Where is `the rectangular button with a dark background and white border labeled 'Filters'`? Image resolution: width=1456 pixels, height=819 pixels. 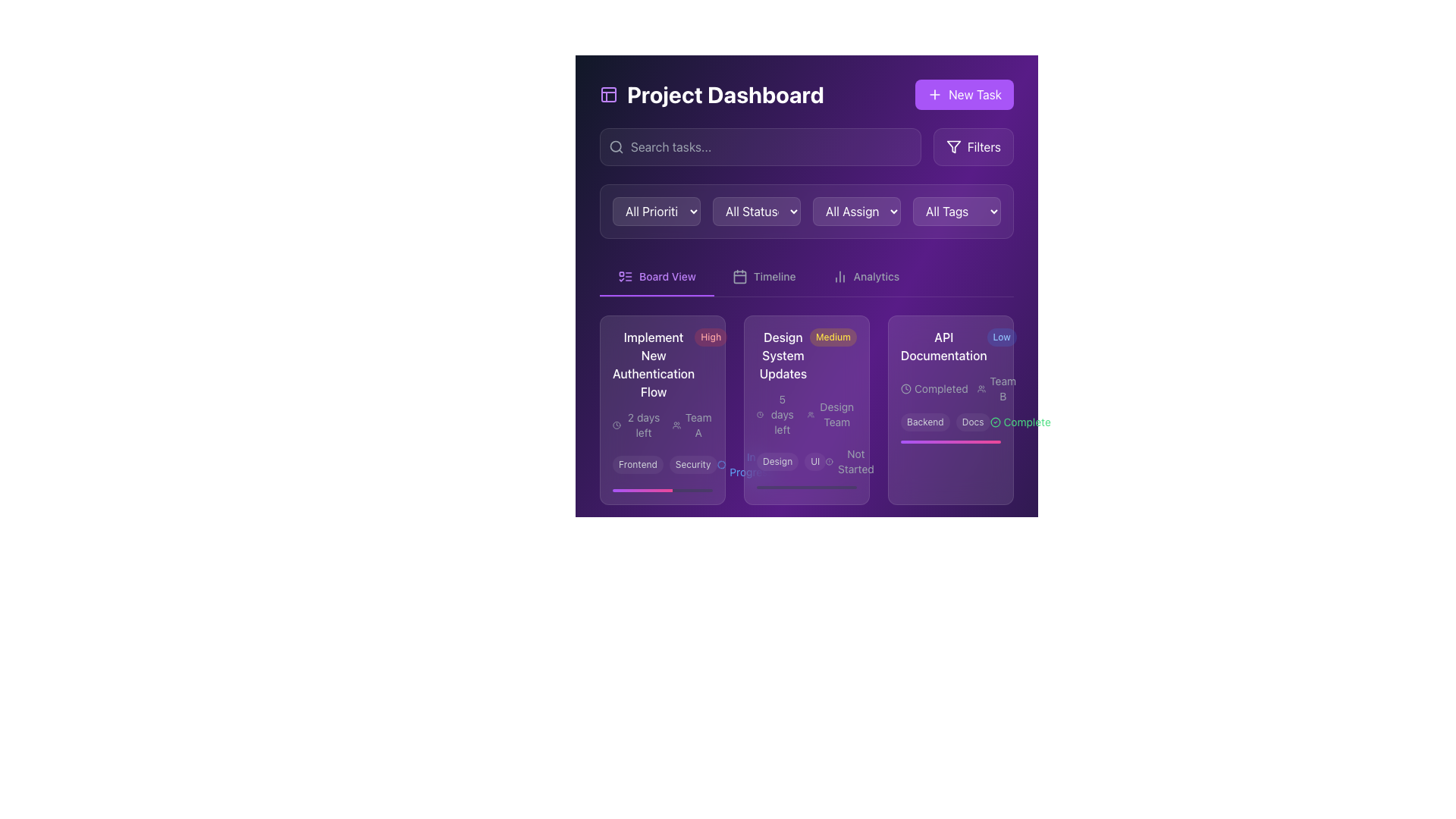 the rectangular button with a dark background and white border labeled 'Filters' is located at coordinates (973, 146).